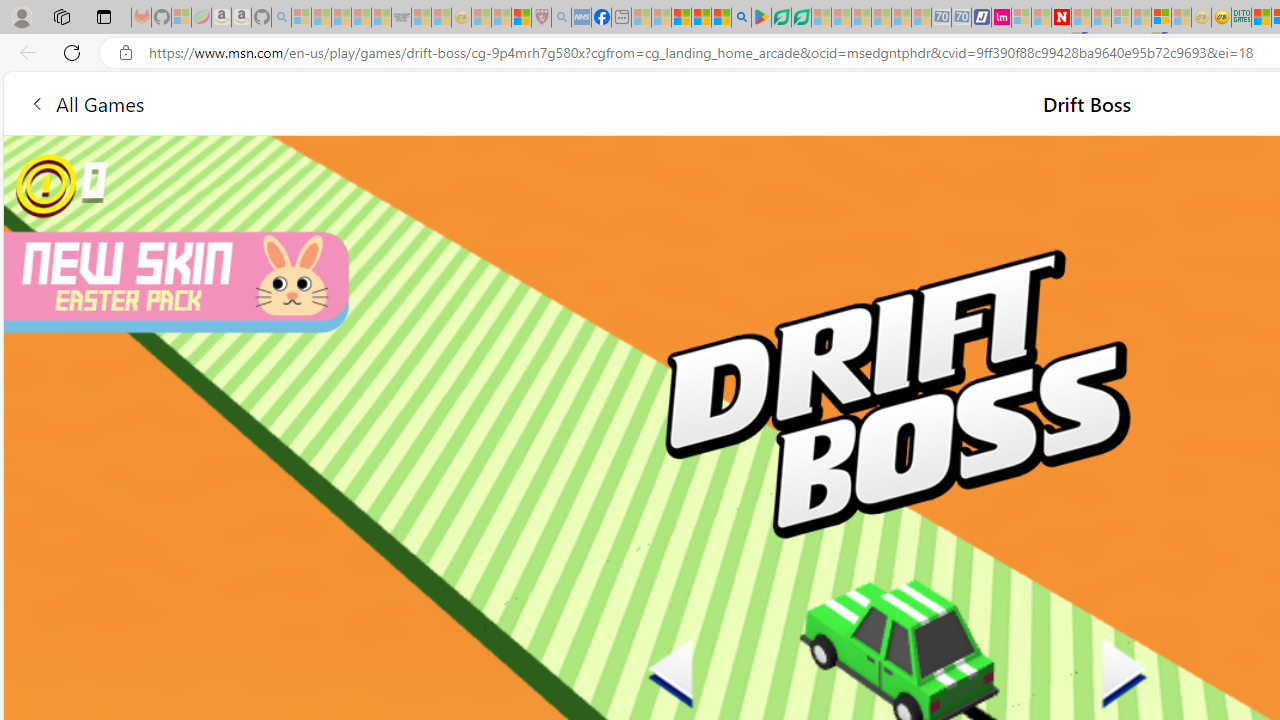 This screenshot has height=720, width=1280. Describe the element at coordinates (61, 16) in the screenshot. I see `'Workspaces'` at that location.